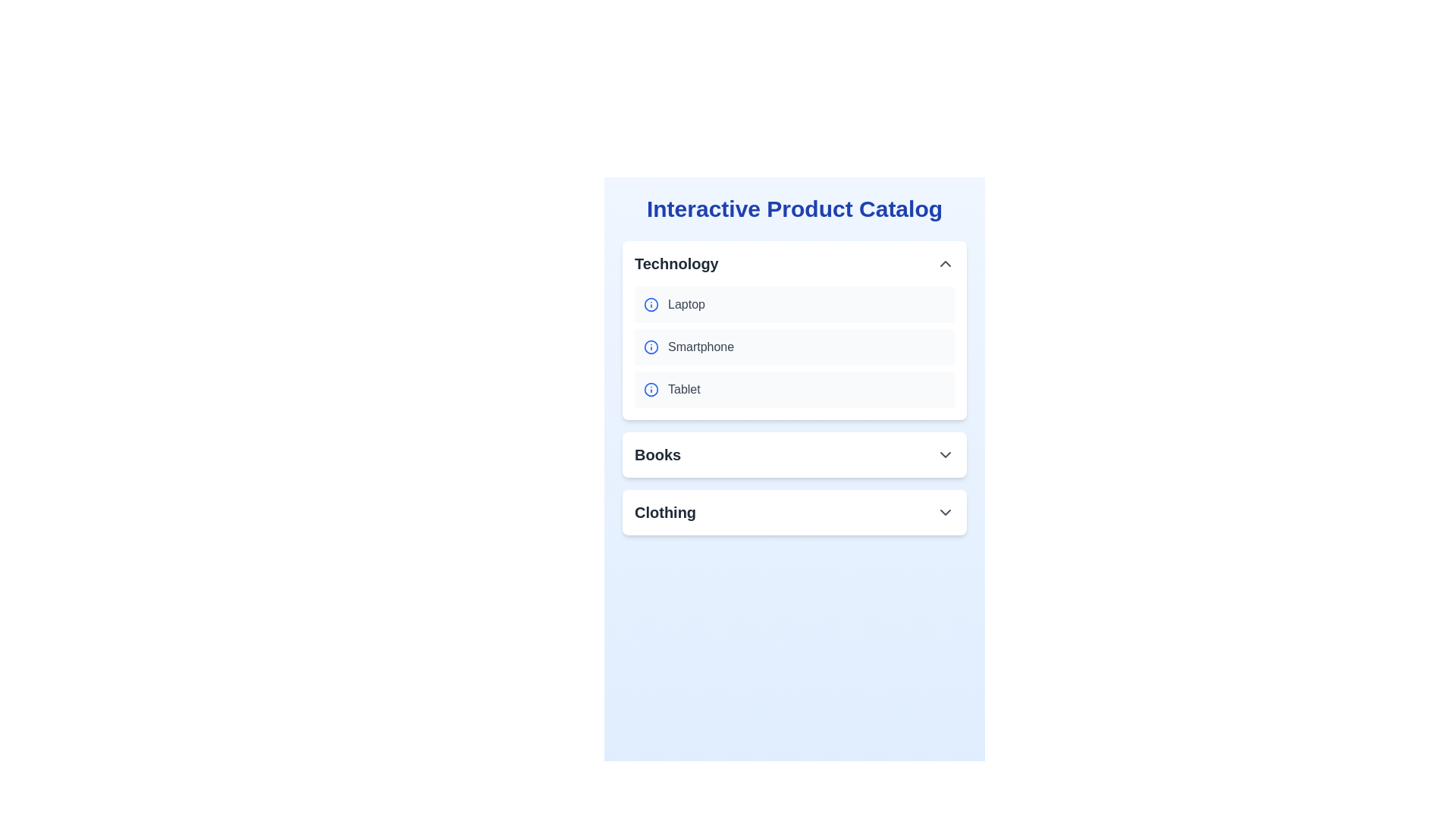  What do you see at coordinates (700, 347) in the screenshot?
I see `the 'Smartphone' label, which is the second item in the 'Technology' section, styled in a dark color on a light-gray background` at bounding box center [700, 347].